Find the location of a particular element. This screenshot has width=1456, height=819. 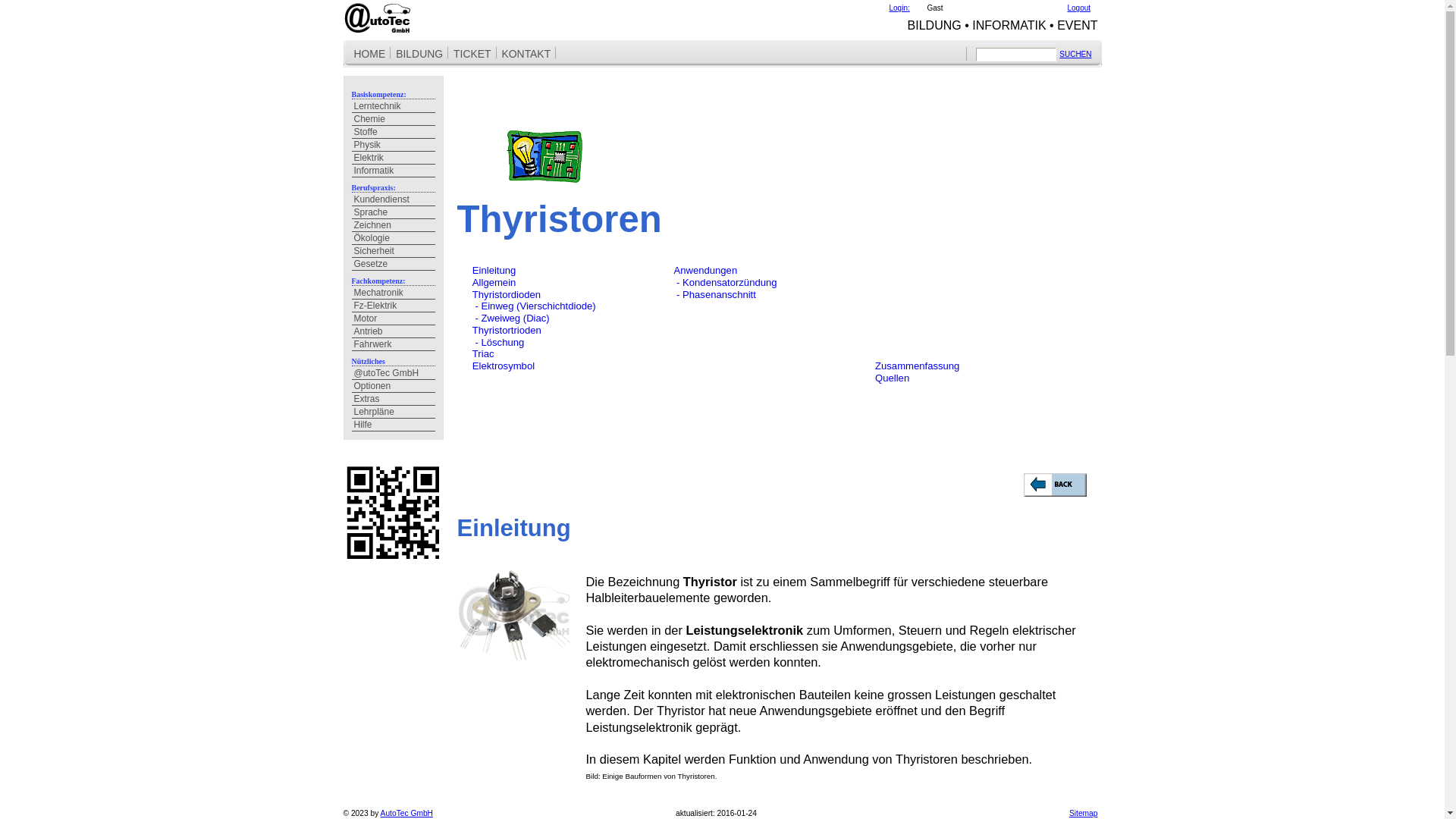

'Motor' is located at coordinates (393, 318).